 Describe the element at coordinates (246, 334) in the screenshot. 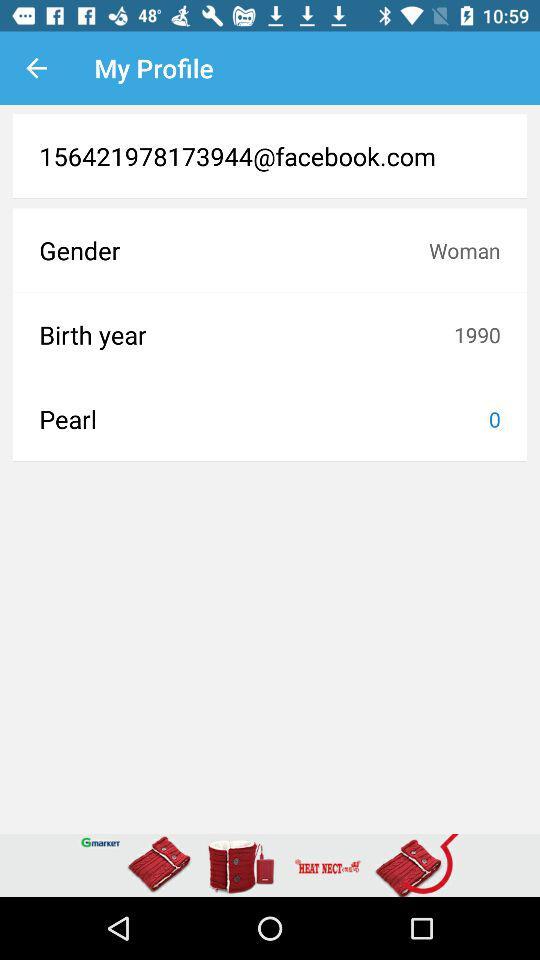

I see `the birth year item` at that location.